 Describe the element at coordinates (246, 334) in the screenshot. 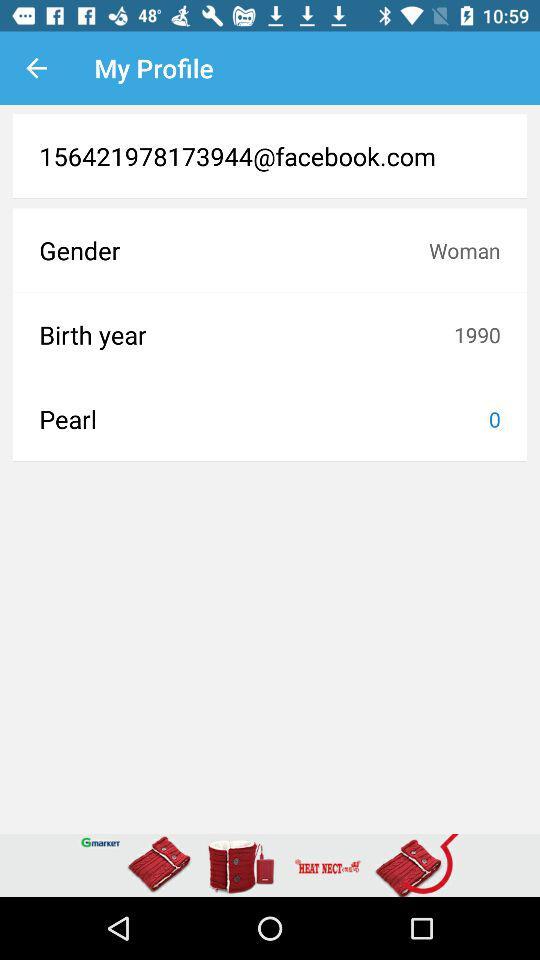

I see `the birth year item` at that location.